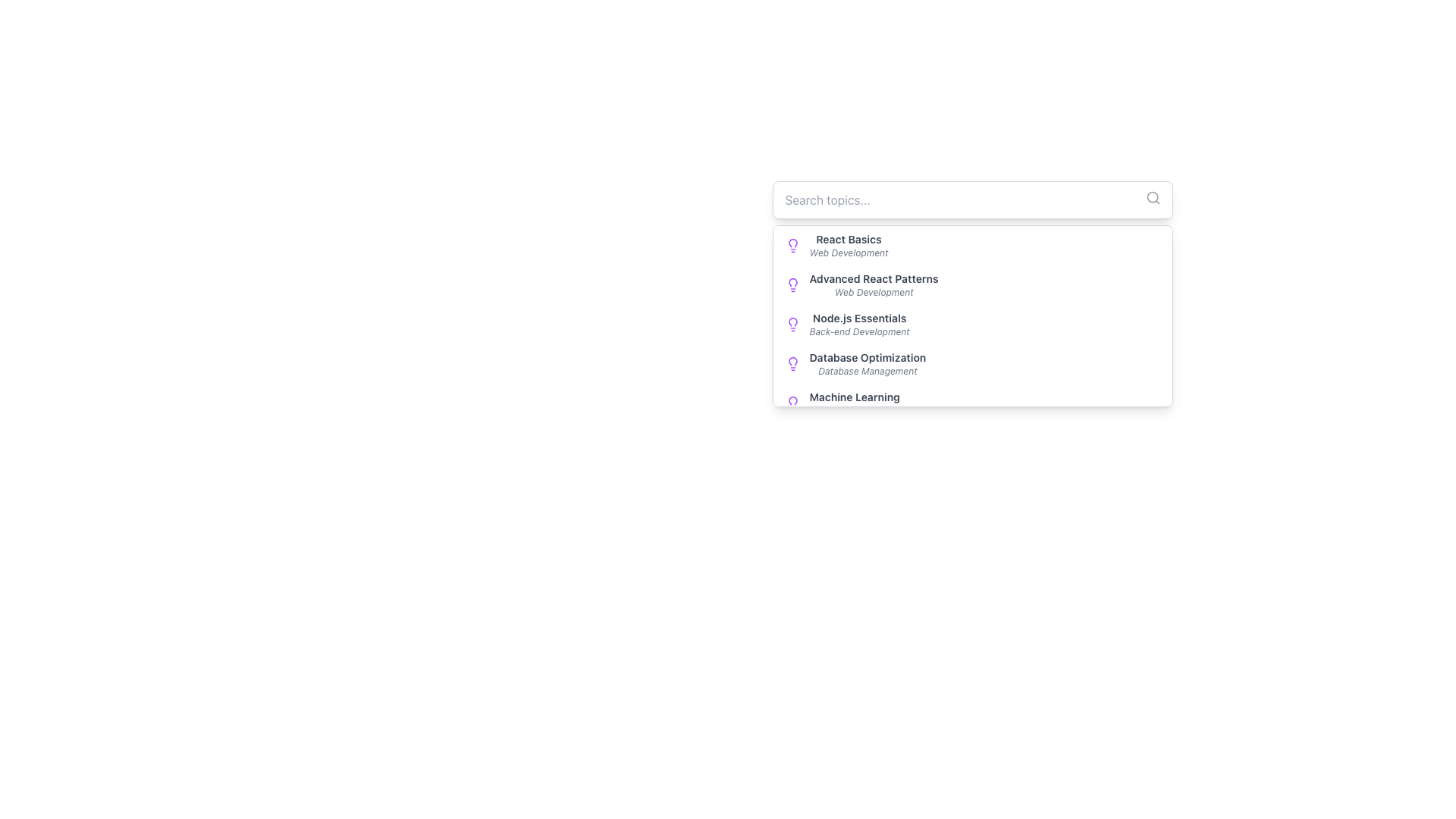  I want to click on the magnifying glass icon, which is outlined in light gray and positioned in the top-right corner of the dropdown search interface, aligned vertically with the search input area, so click(1153, 197).